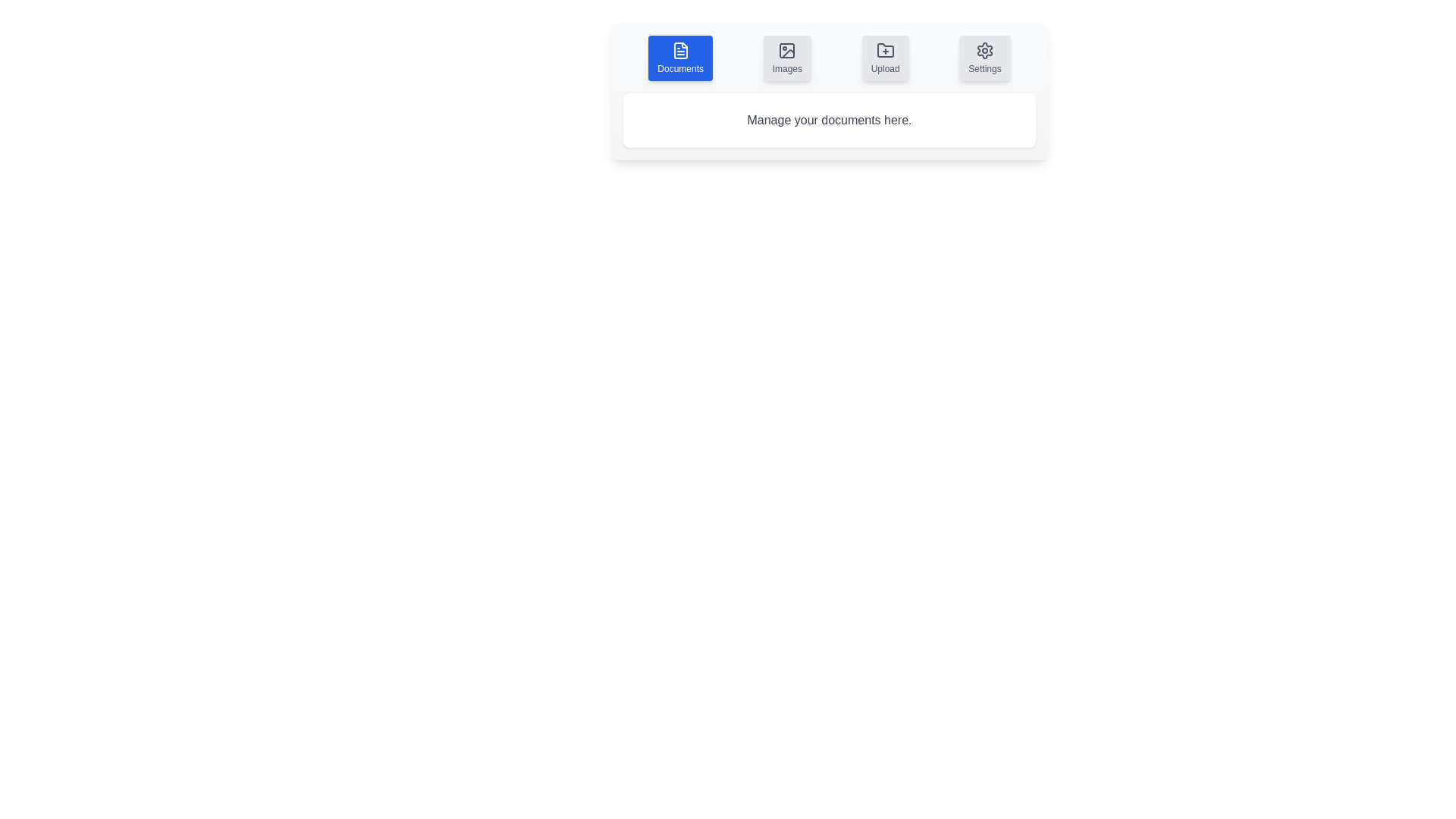  Describe the element at coordinates (679, 58) in the screenshot. I see `the tab button corresponding to Documents to switch to that tab` at that location.